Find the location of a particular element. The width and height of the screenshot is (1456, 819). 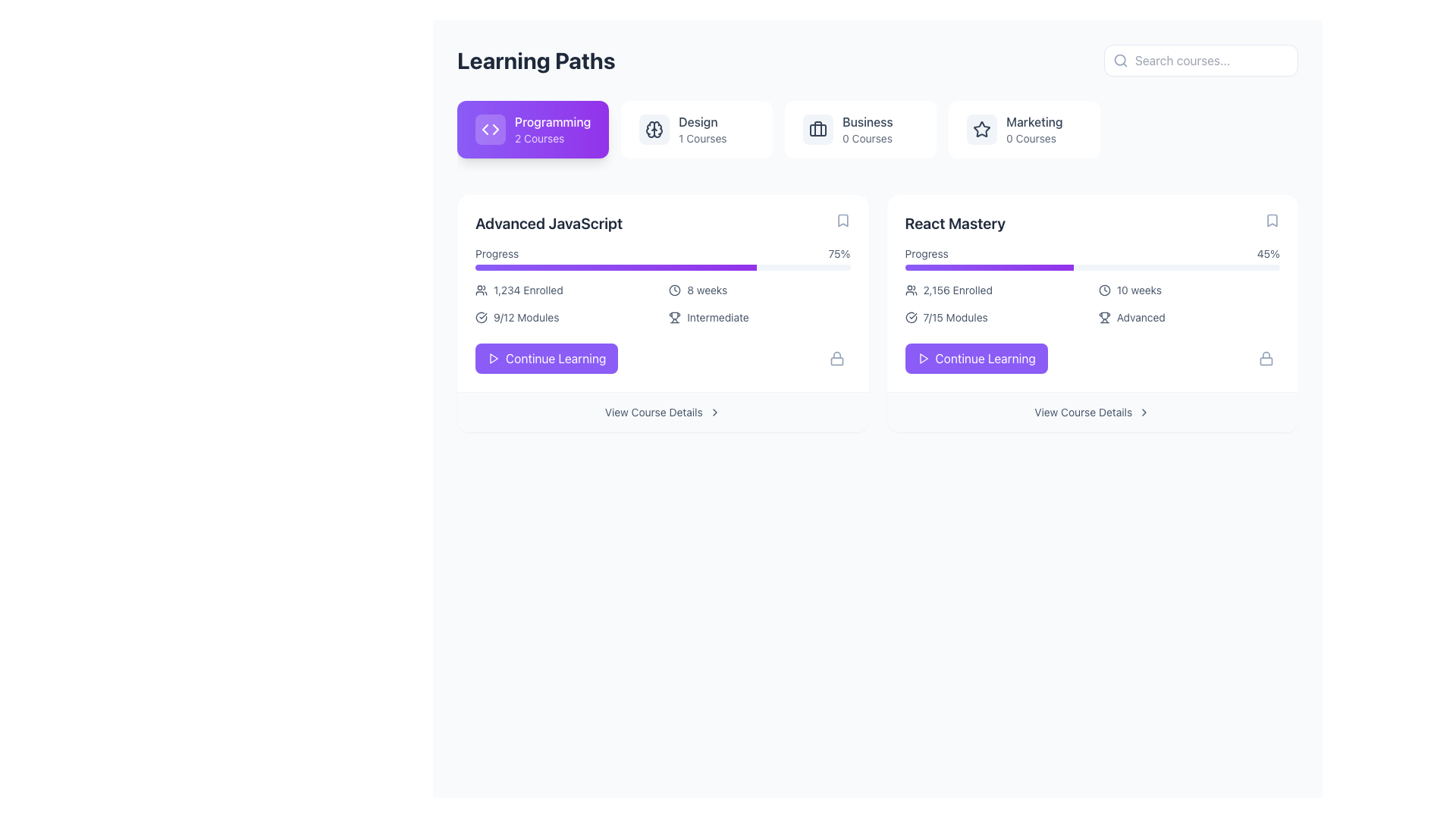

text content of the third informational item in the bottom section of the 'Advanced JavaScript' card, located between the progress bar and the 'Continue Learning' button is located at coordinates (663, 304).